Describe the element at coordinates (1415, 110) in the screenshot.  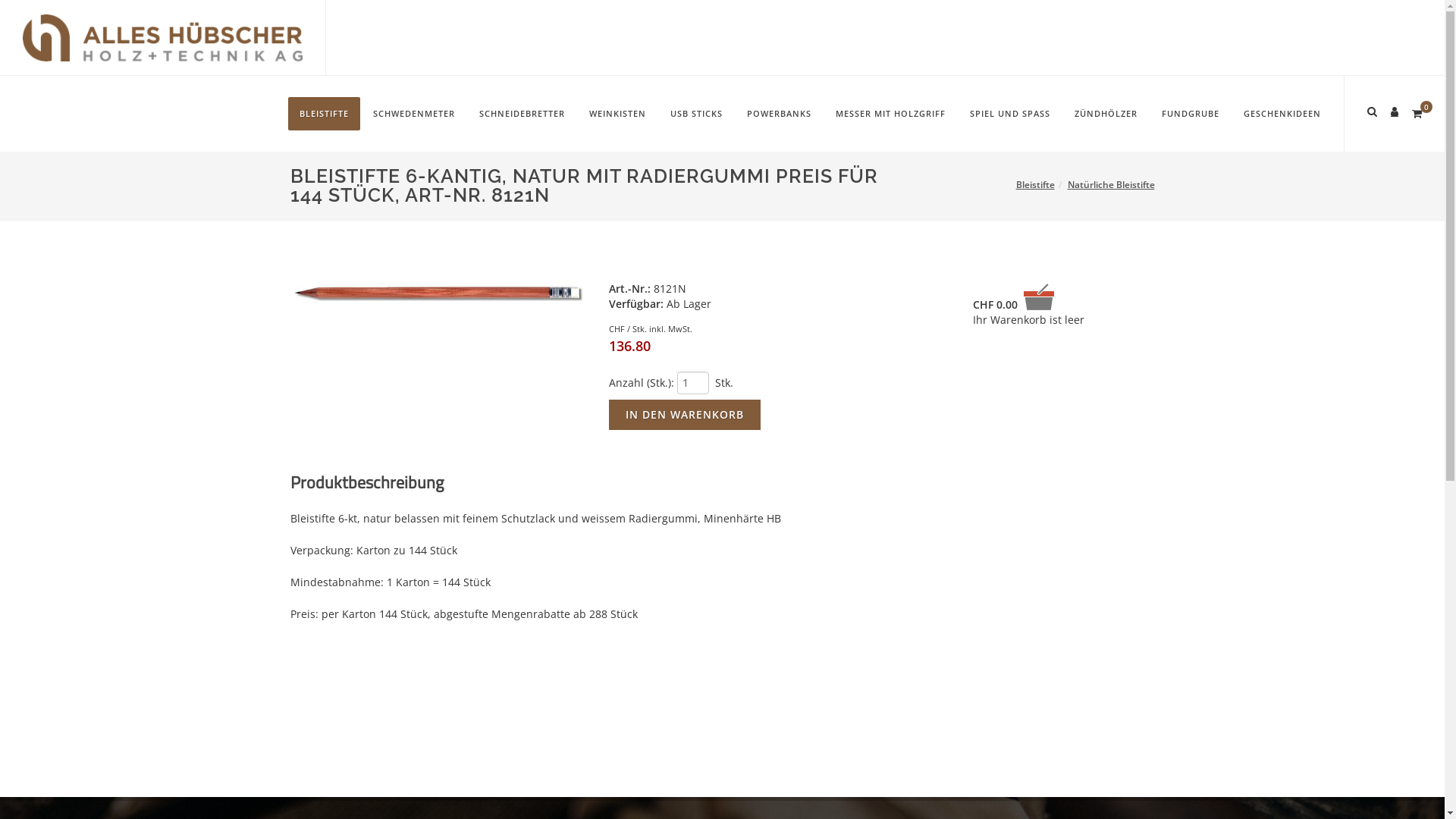
I see `'0'` at that location.